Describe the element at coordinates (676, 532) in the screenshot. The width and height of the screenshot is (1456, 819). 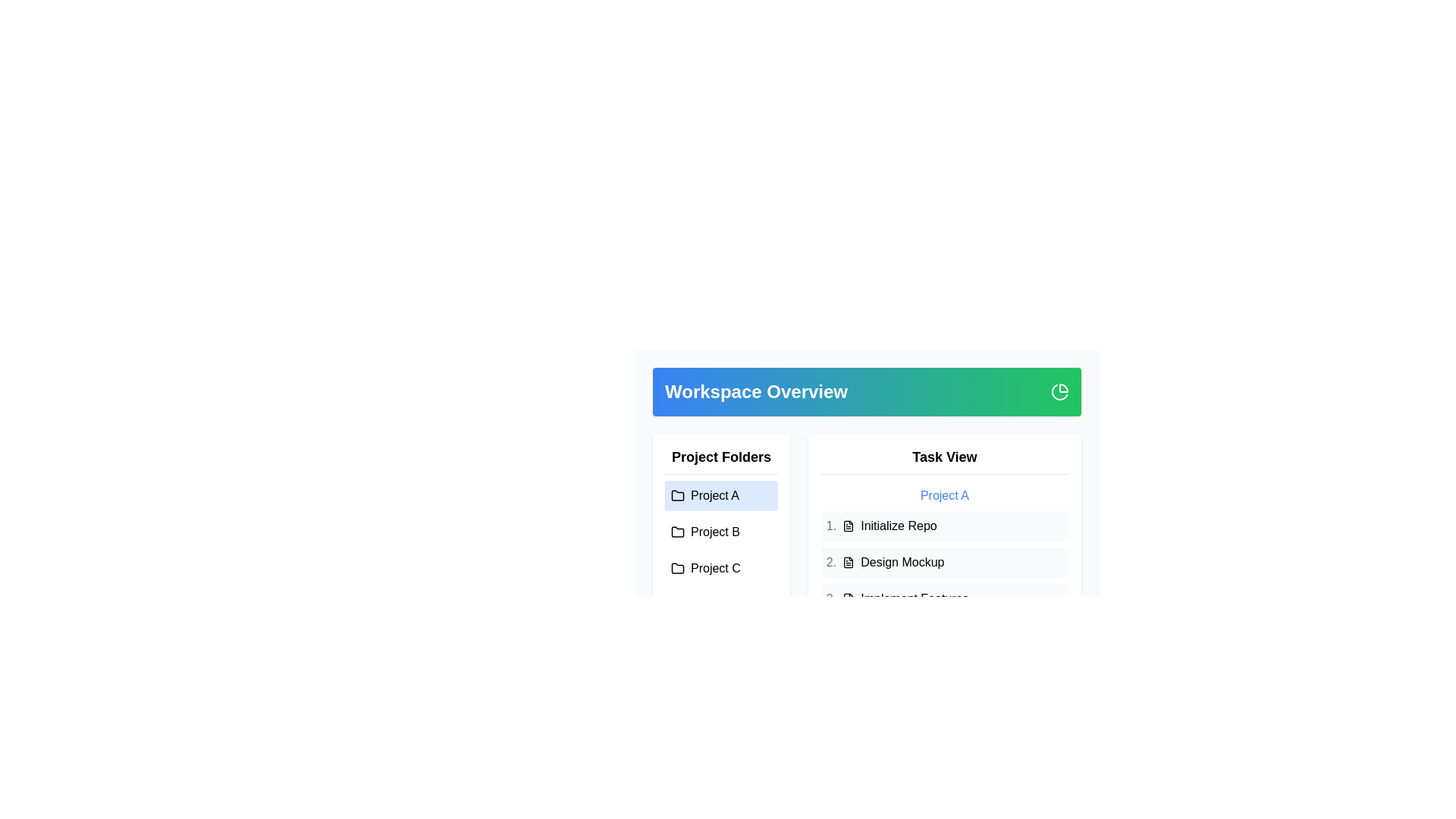
I see `the minimalist folder icon located to the left of the text 'Project B' in the vertical list of project folders under 'Project Folders'` at that location.